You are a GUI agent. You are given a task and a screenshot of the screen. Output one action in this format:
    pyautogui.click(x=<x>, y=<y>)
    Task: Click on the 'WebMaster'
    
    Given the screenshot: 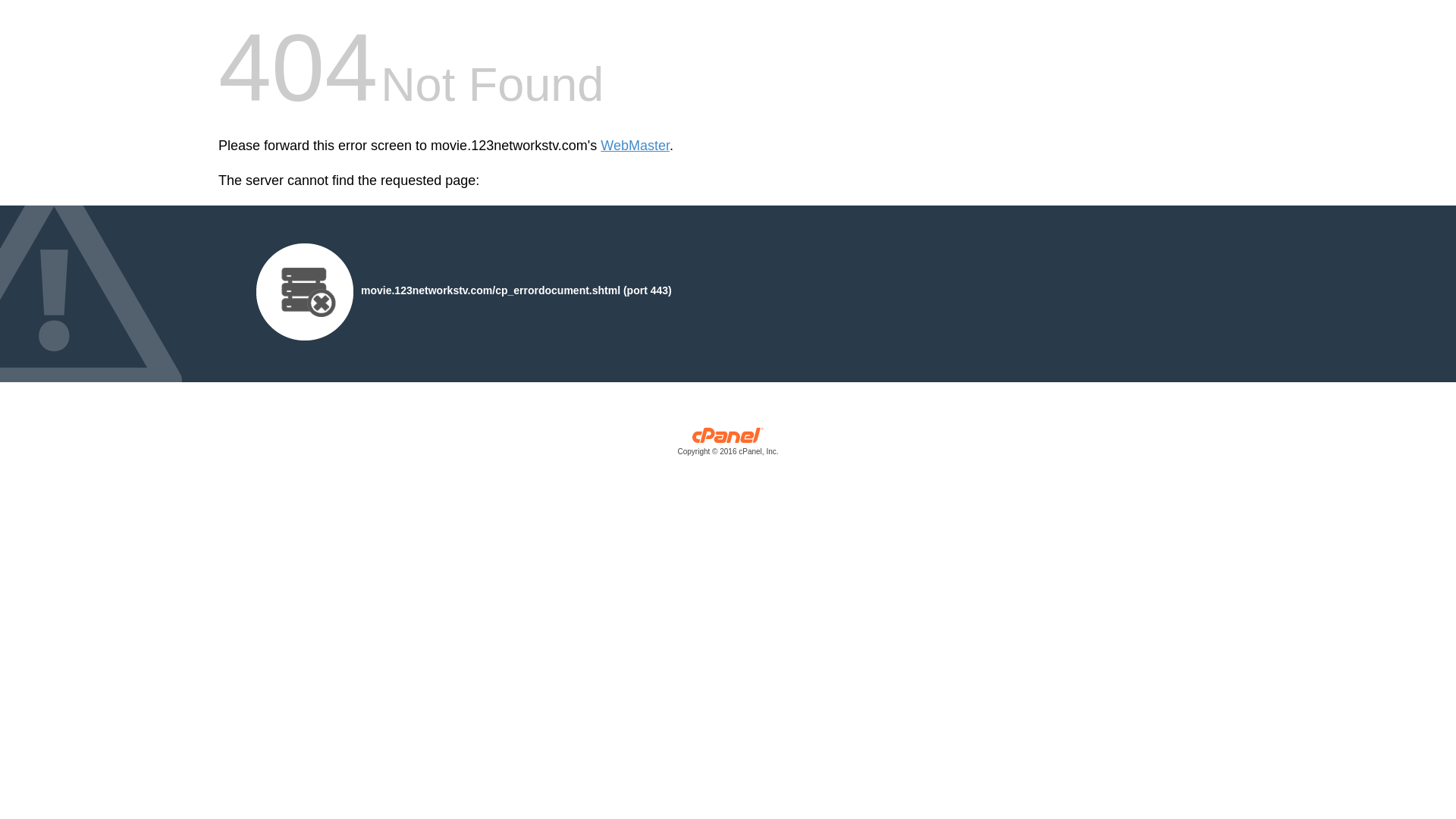 What is the action you would take?
    pyautogui.click(x=635, y=146)
    